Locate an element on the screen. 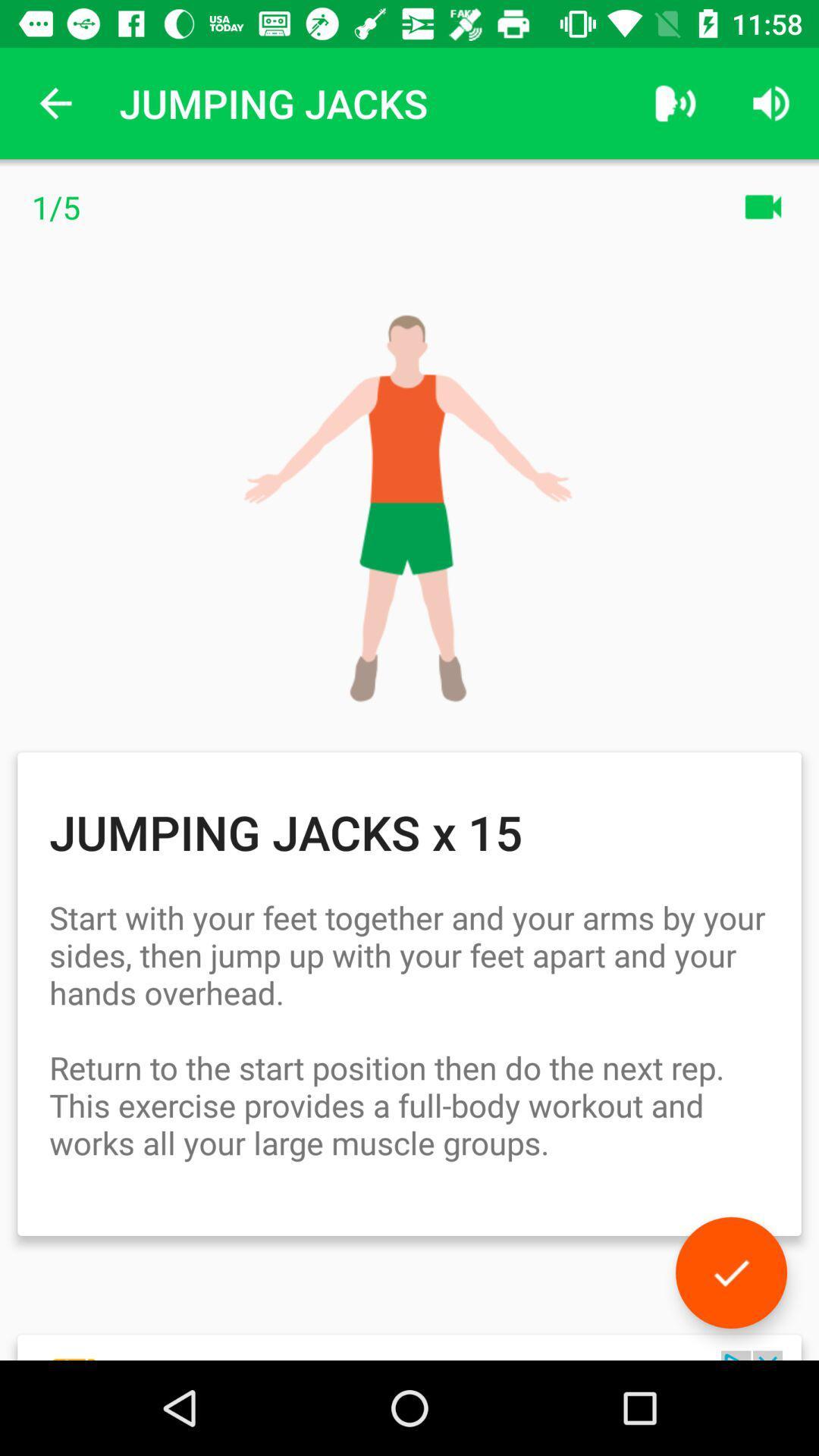 This screenshot has width=819, height=1456. icon below the start with your icon is located at coordinates (730, 1272).